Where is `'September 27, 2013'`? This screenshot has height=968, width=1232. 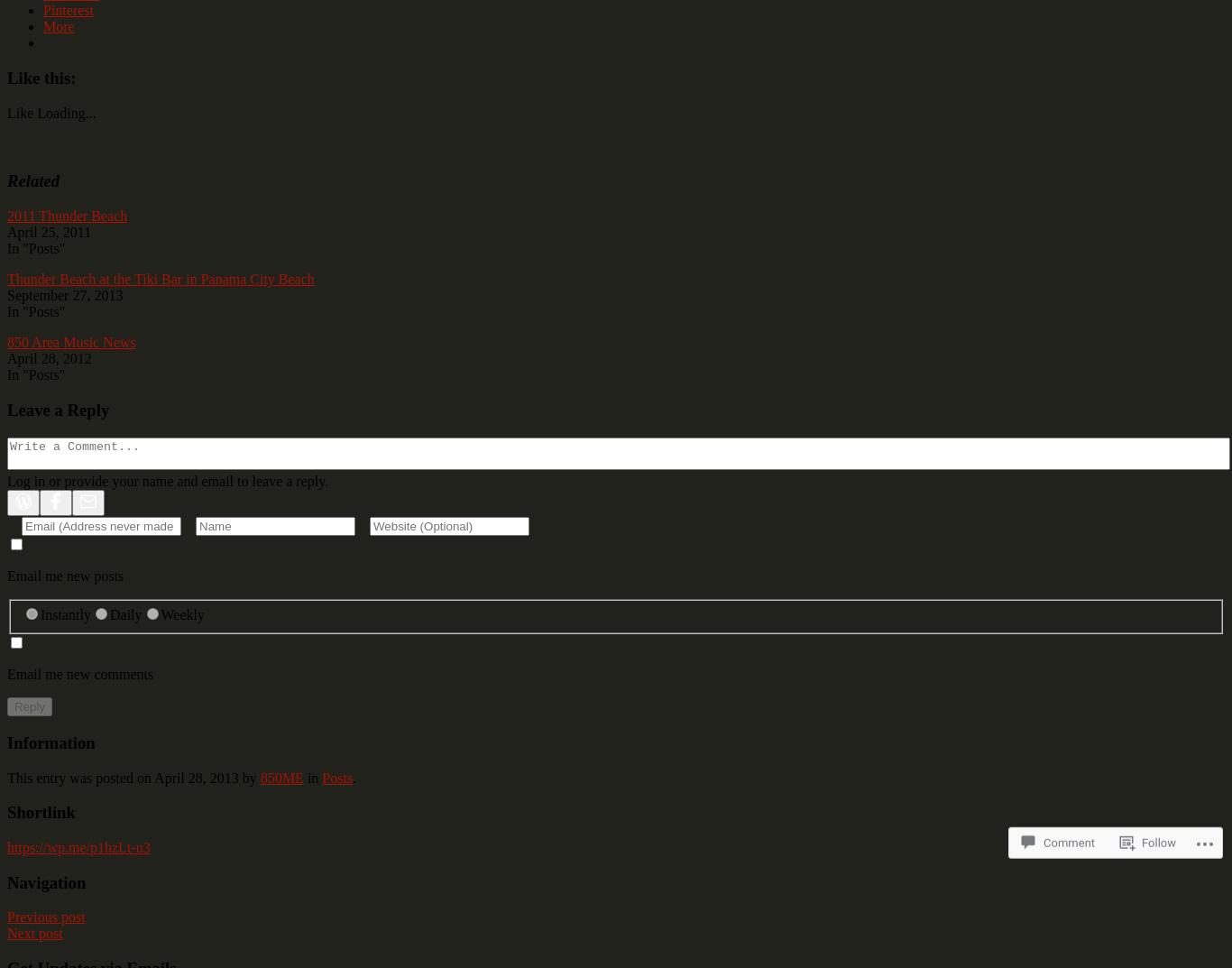
'September 27, 2013' is located at coordinates (64, 295).